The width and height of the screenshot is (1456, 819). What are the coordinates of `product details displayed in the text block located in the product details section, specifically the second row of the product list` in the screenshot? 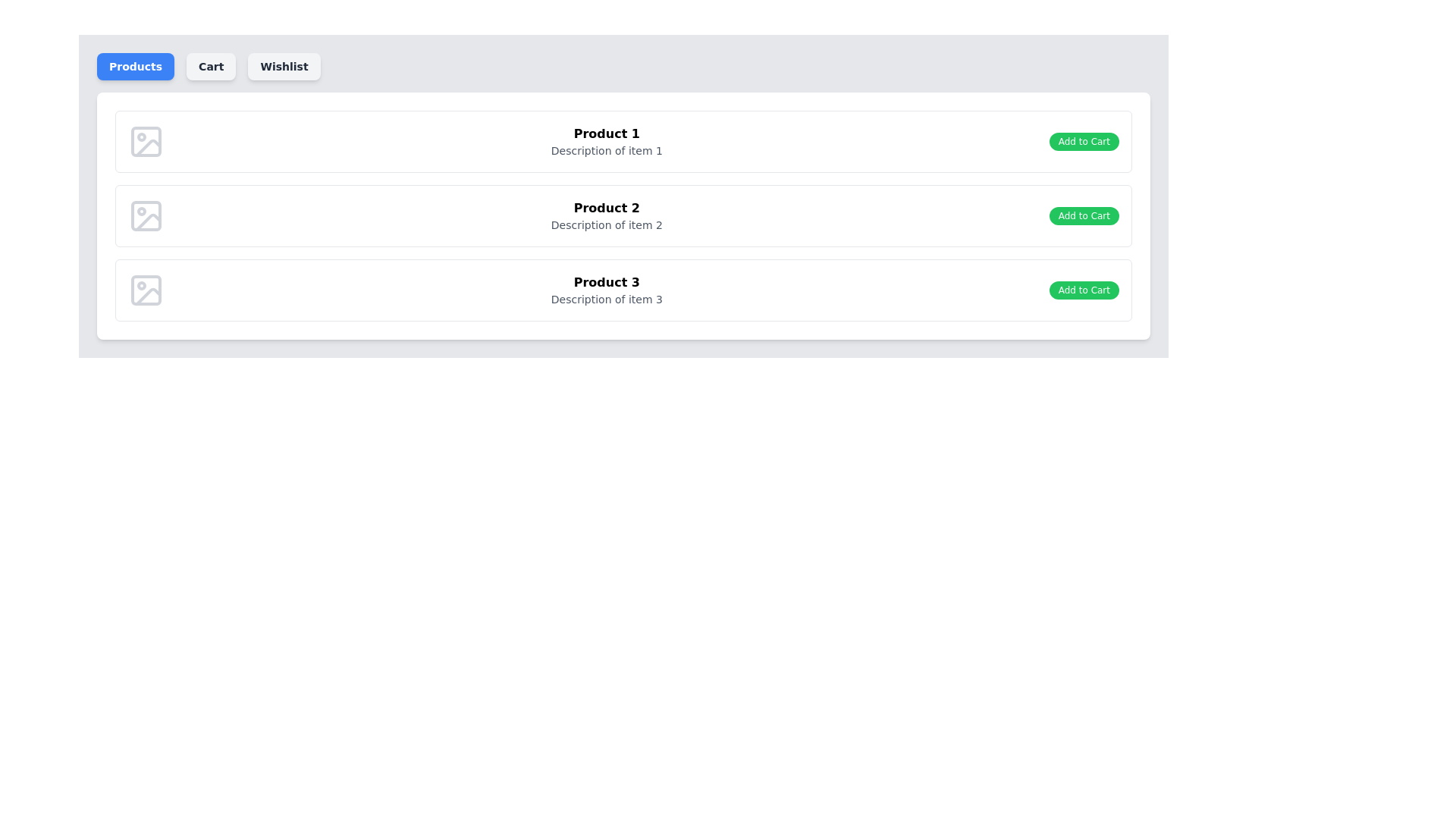 It's located at (607, 216).